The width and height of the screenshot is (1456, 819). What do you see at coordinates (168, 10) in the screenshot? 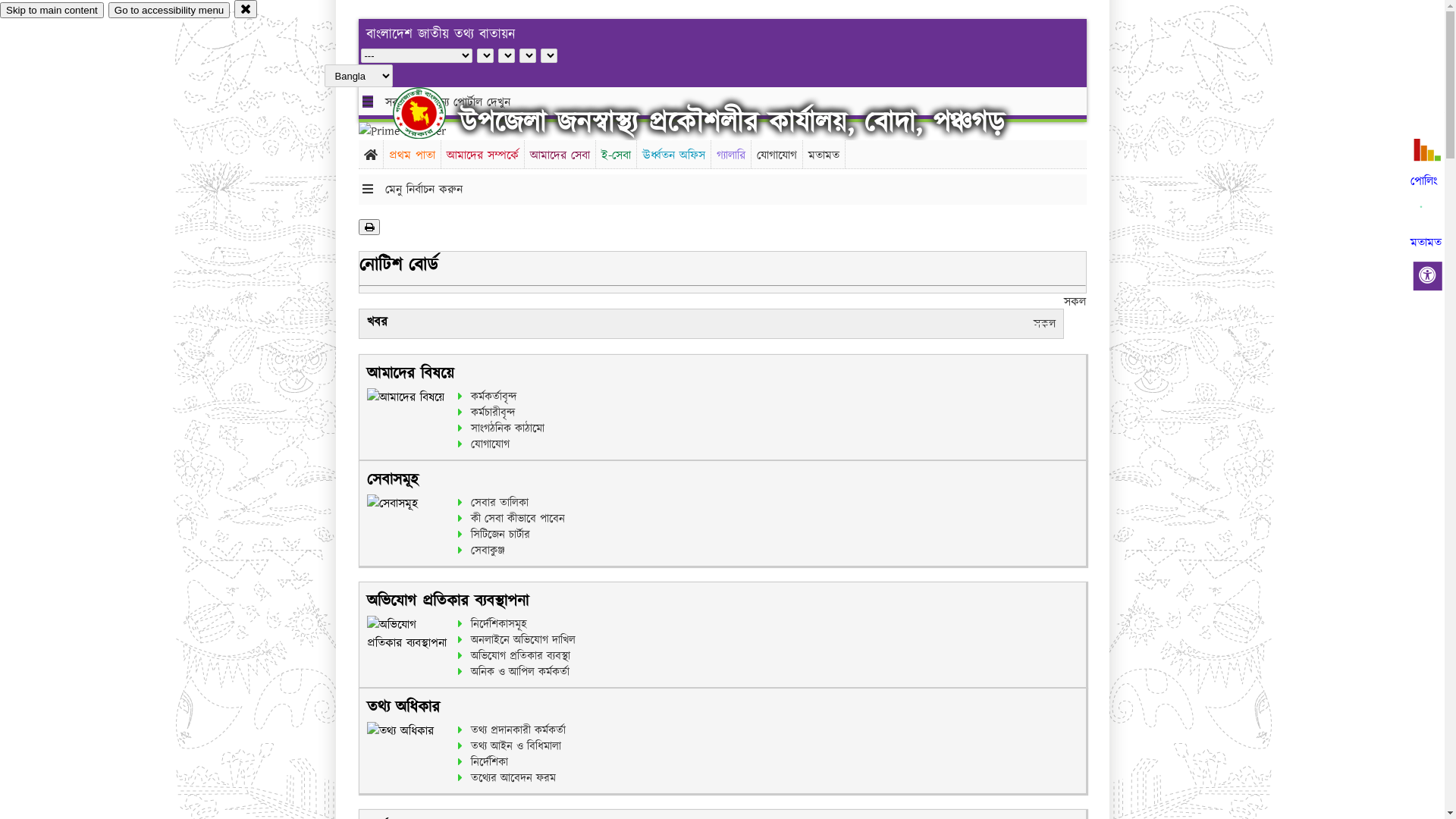
I see `'Go to accessibility menu'` at bounding box center [168, 10].